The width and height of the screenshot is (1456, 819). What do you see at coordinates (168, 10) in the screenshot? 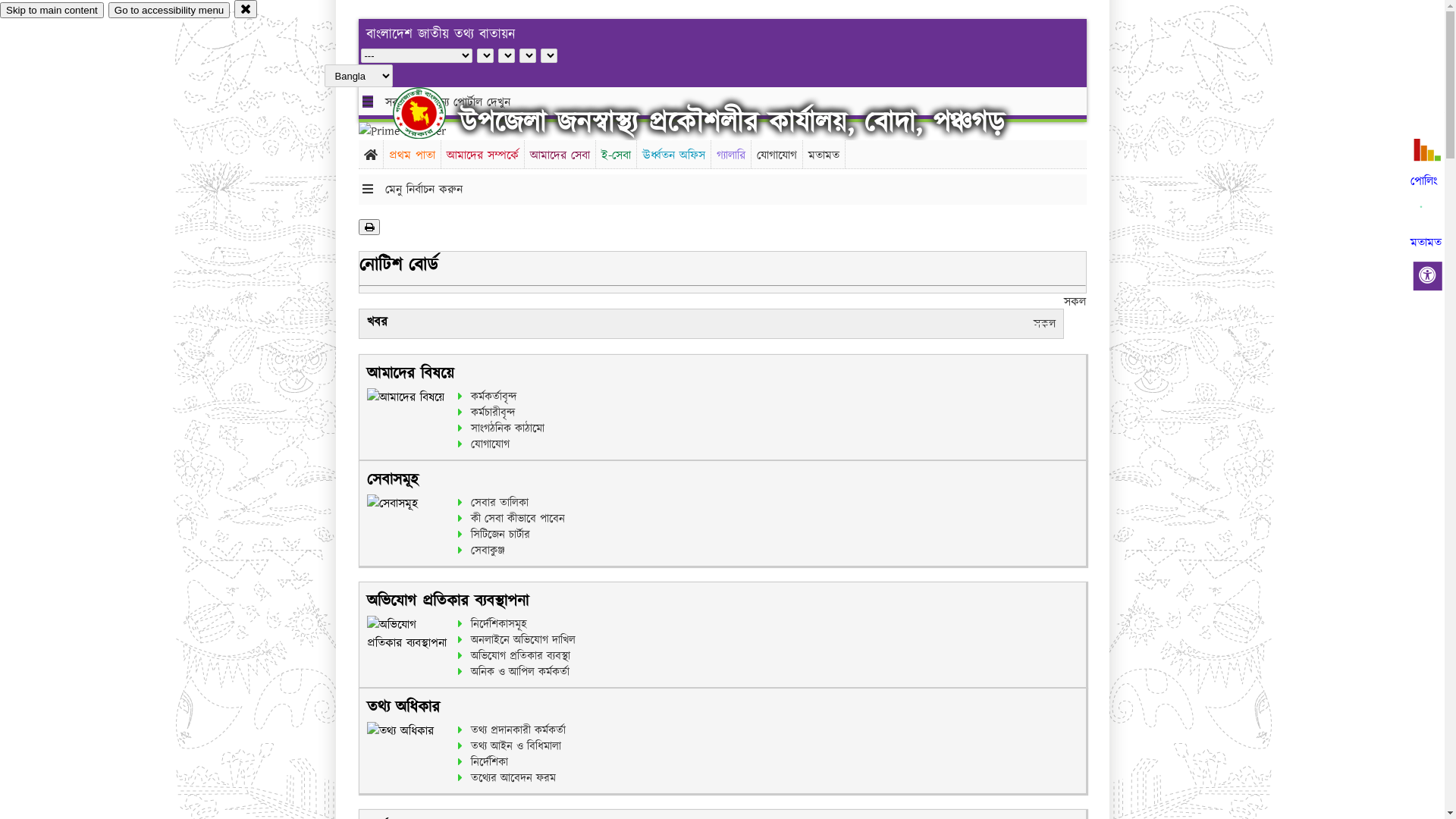
I see `'Go to accessibility menu'` at bounding box center [168, 10].